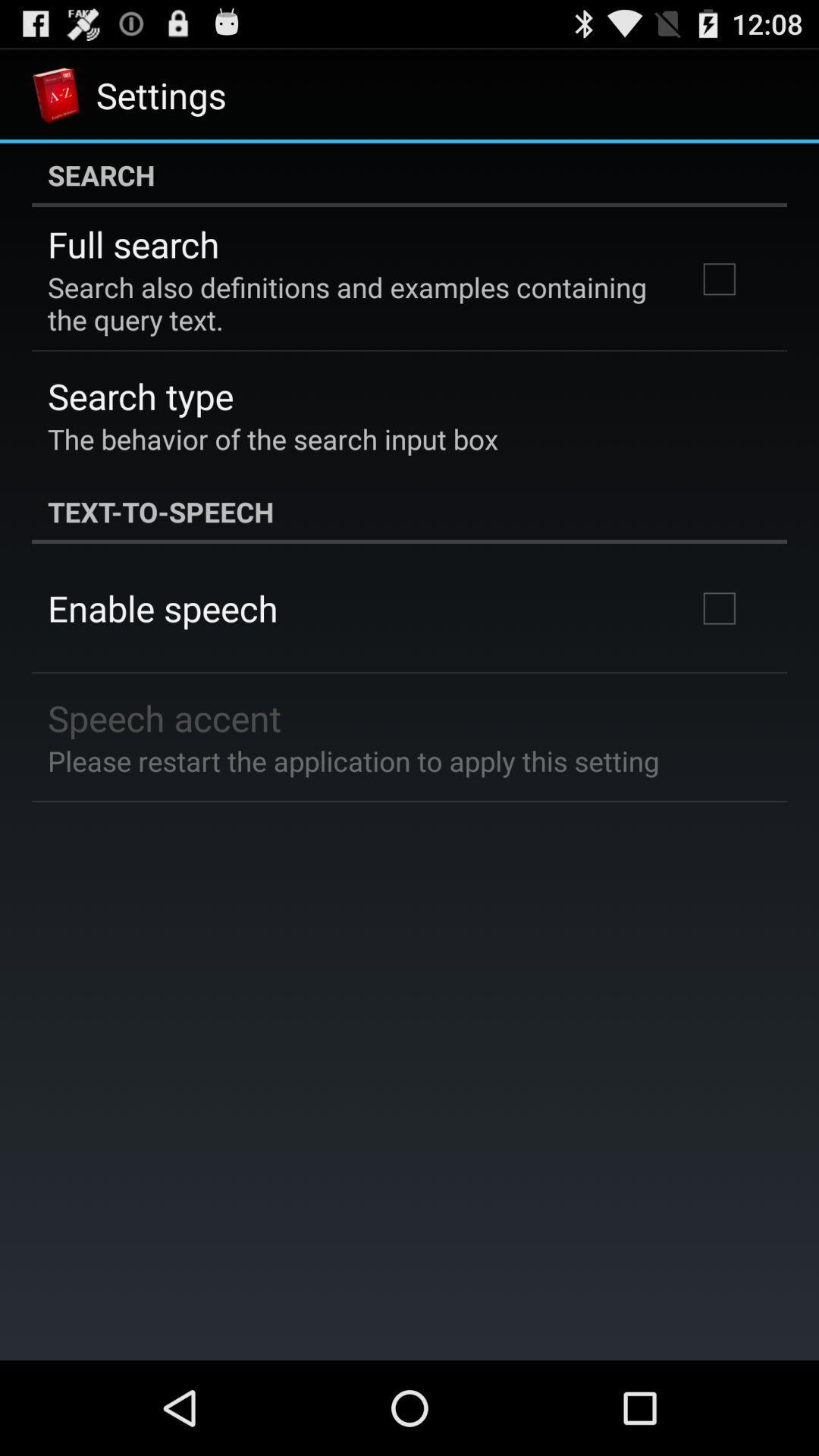  What do you see at coordinates (162, 608) in the screenshot?
I see `the enable speech app` at bounding box center [162, 608].